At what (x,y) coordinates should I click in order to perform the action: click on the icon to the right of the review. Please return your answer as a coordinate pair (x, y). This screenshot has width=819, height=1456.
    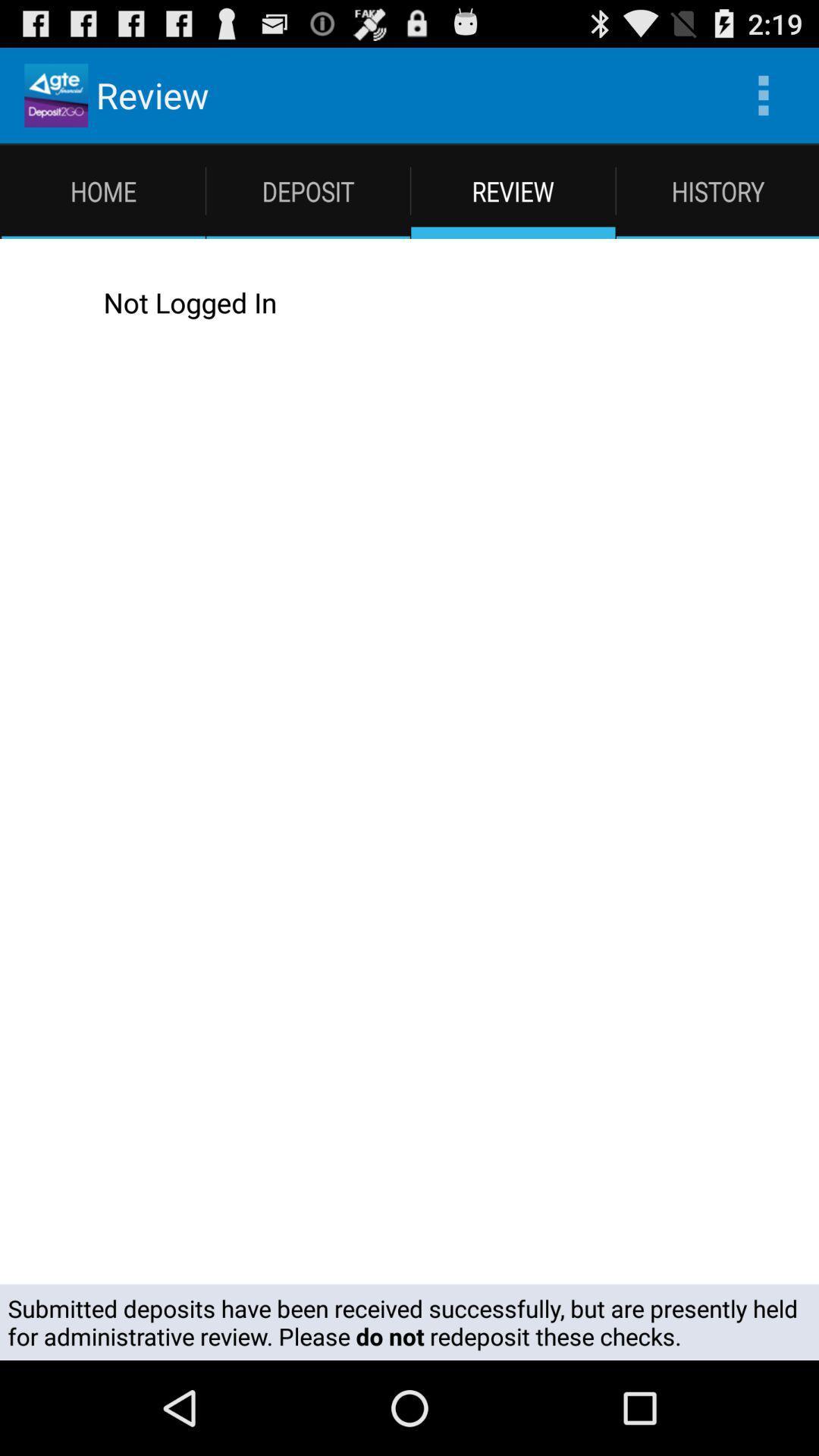
    Looking at the image, I should click on (763, 94).